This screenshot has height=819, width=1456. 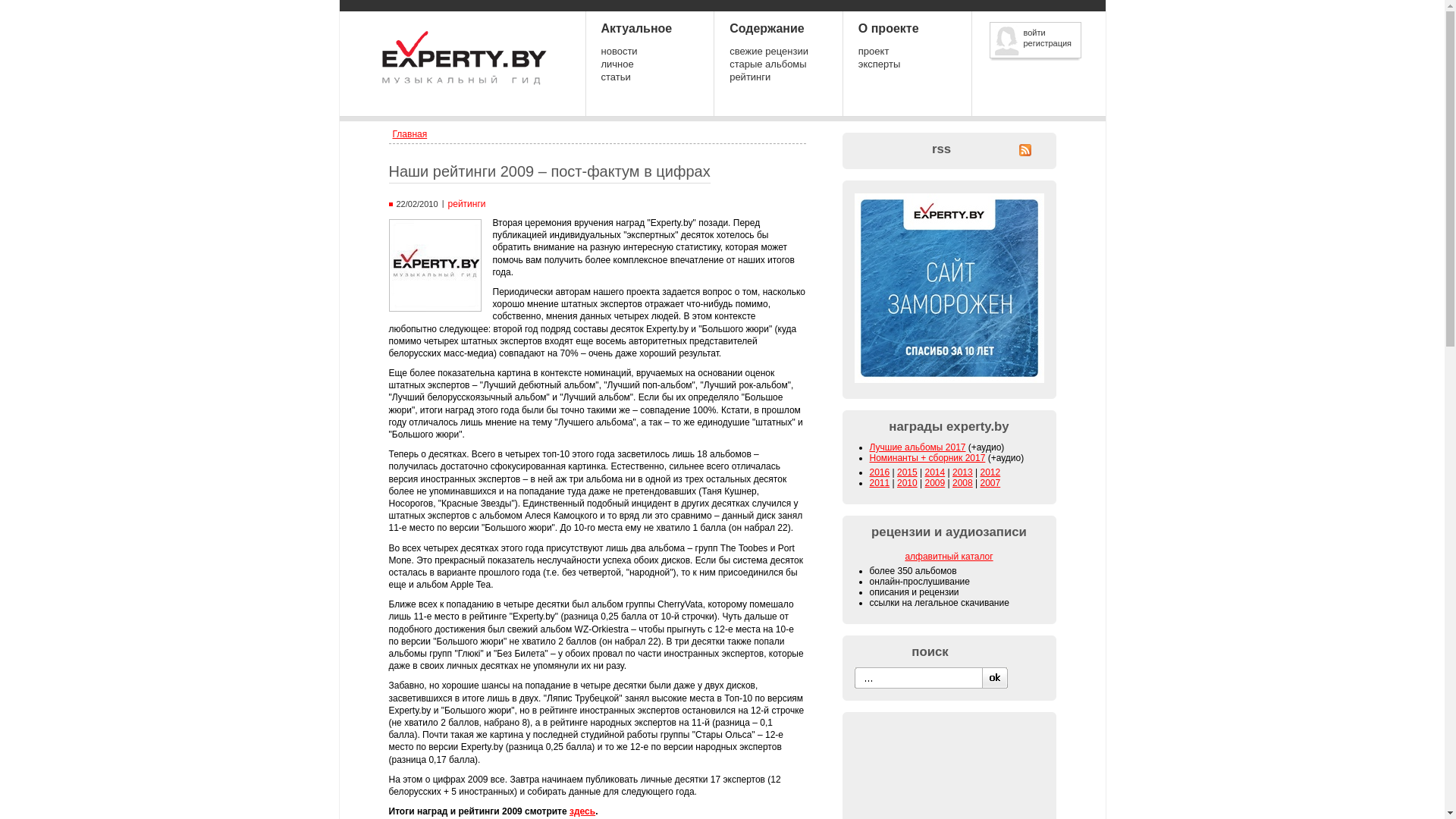 What do you see at coordinates (990, 482) in the screenshot?
I see `'2007'` at bounding box center [990, 482].